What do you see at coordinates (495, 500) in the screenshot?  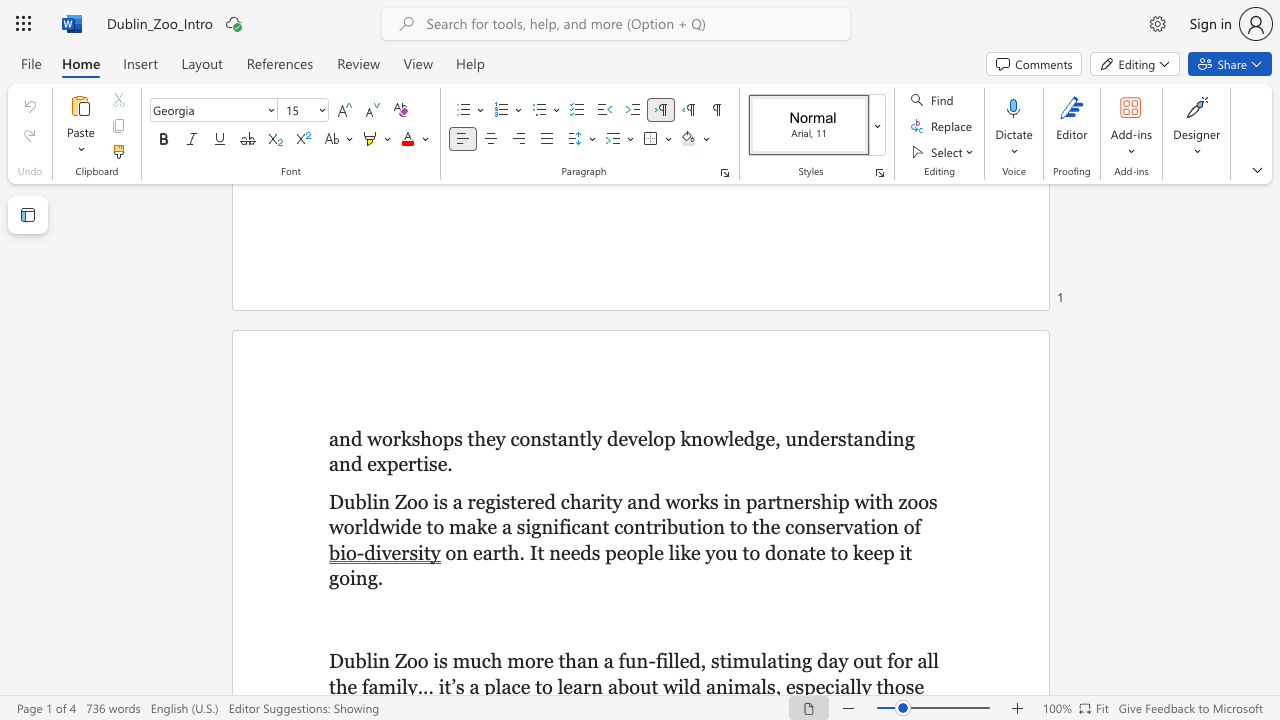 I see `the subset text "istered charity and works in partnership with z" within the text "Dublin Zoo is a registered charity and works in partnership with zoos worldwide to make a significant contribution to the conservation of"` at bounding box center [495, 500].